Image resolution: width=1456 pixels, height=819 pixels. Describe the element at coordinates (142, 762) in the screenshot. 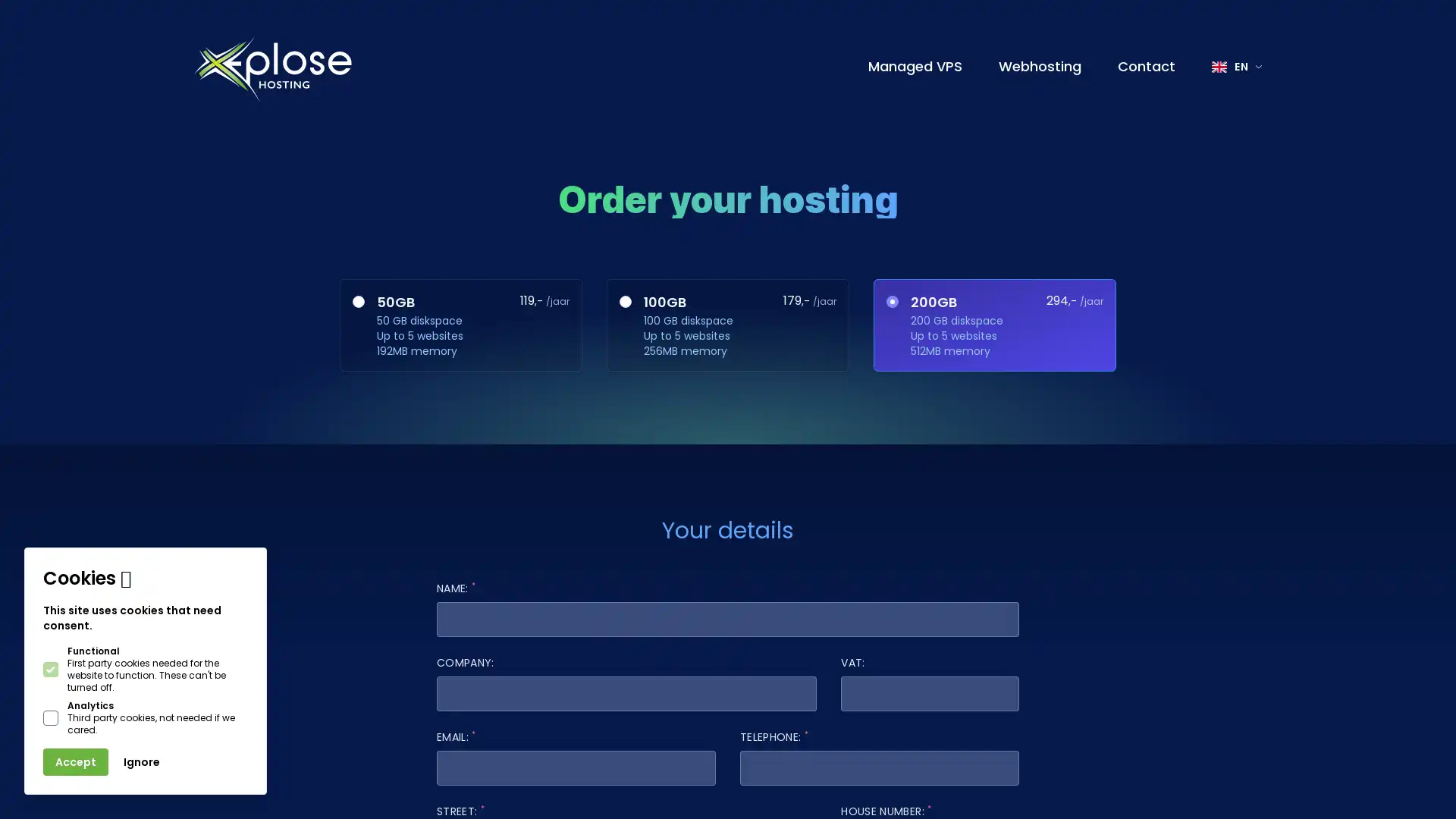

I see `Ignore` at that location.